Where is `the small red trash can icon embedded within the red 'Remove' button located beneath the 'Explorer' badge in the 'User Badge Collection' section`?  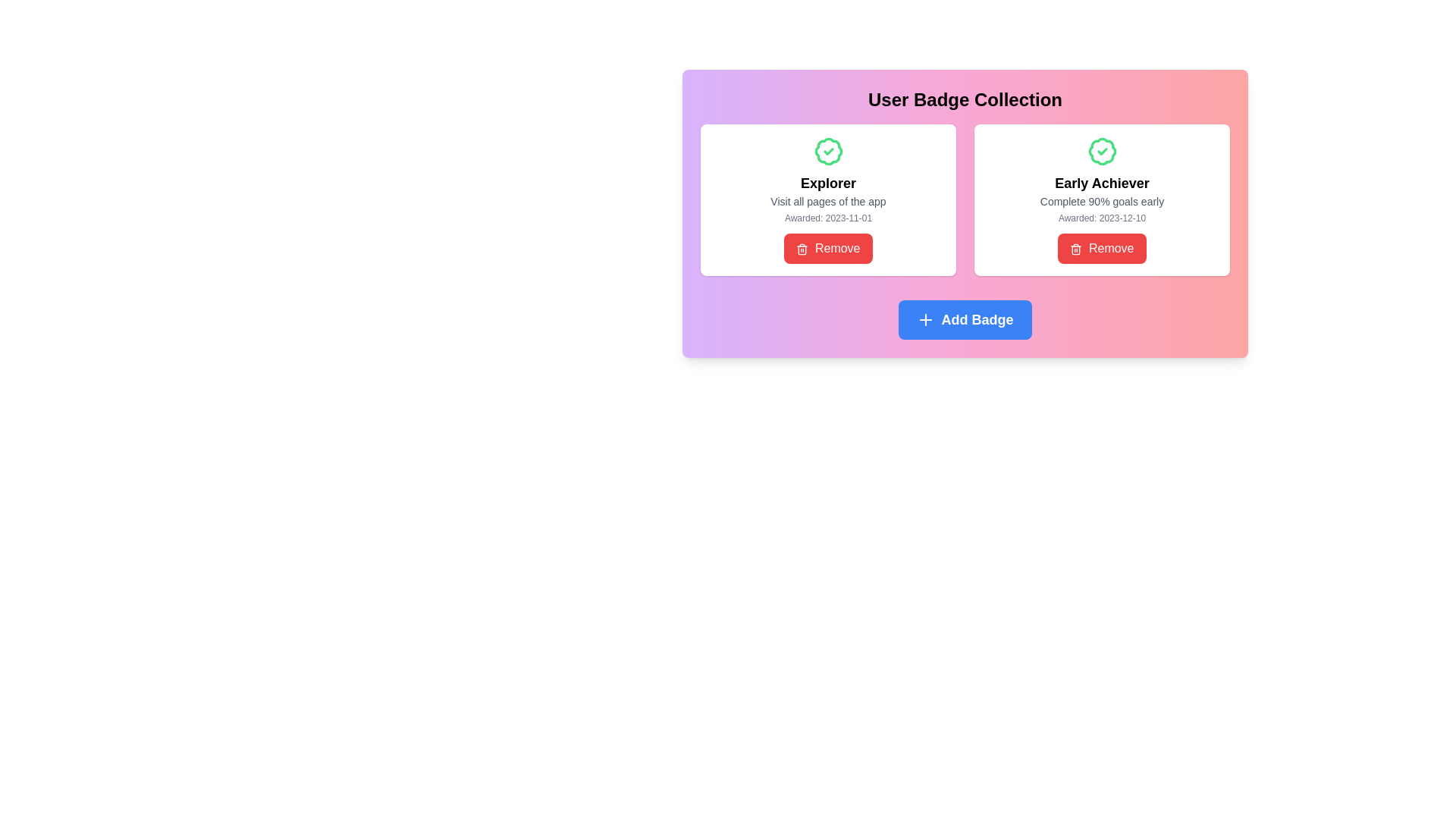
the small red trash can icon embedded within the red 'Remove' button located beneath the 'Explorer' badge in the 'User Badge Collection' section is located at coordinates (802, 248).